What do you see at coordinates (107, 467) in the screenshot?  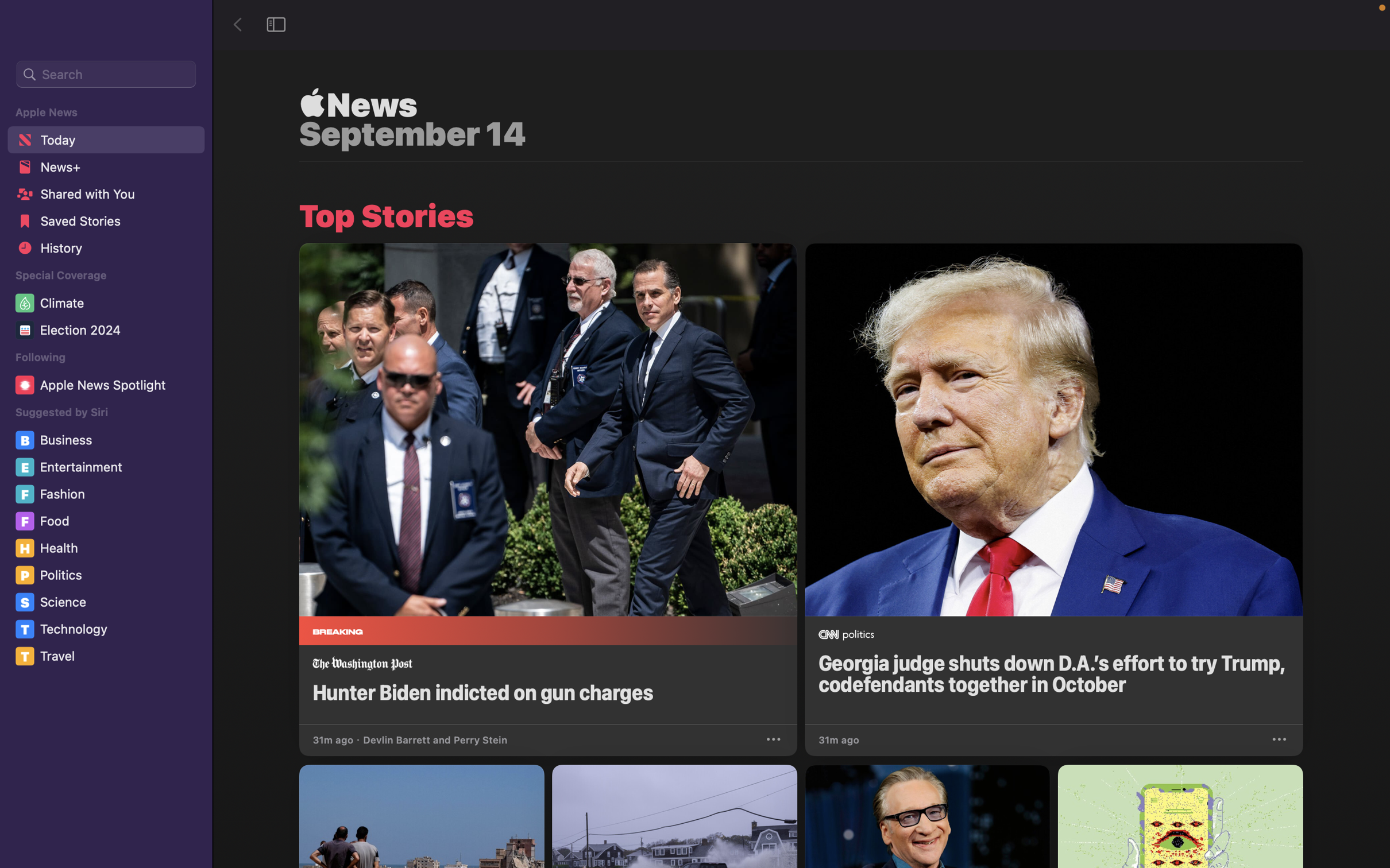 I see `Go to the "Entertainment" tab and click on it` at bounding box center [107, 467].